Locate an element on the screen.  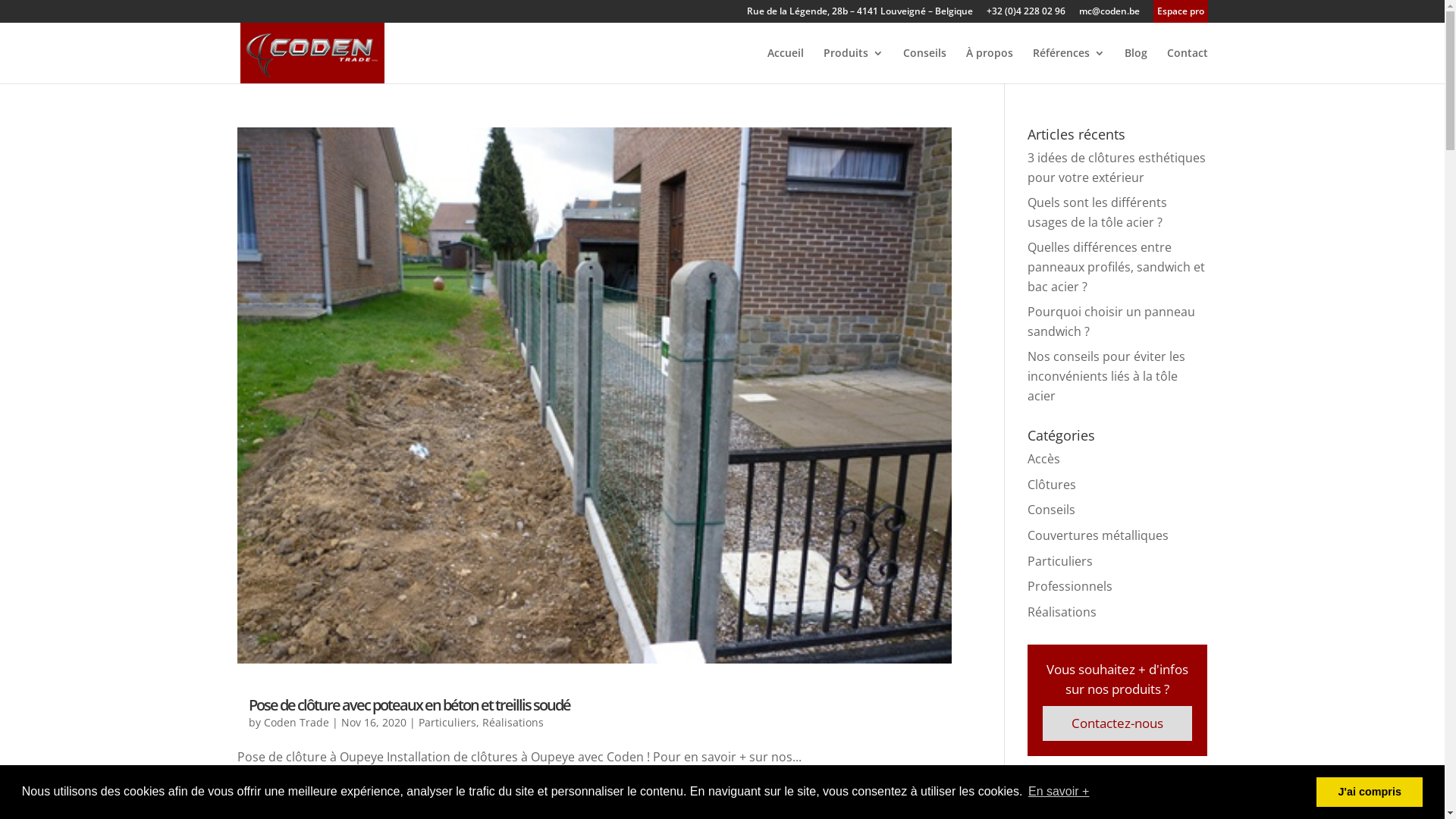
'Professionnels' is located at coordinates (1069, 585).